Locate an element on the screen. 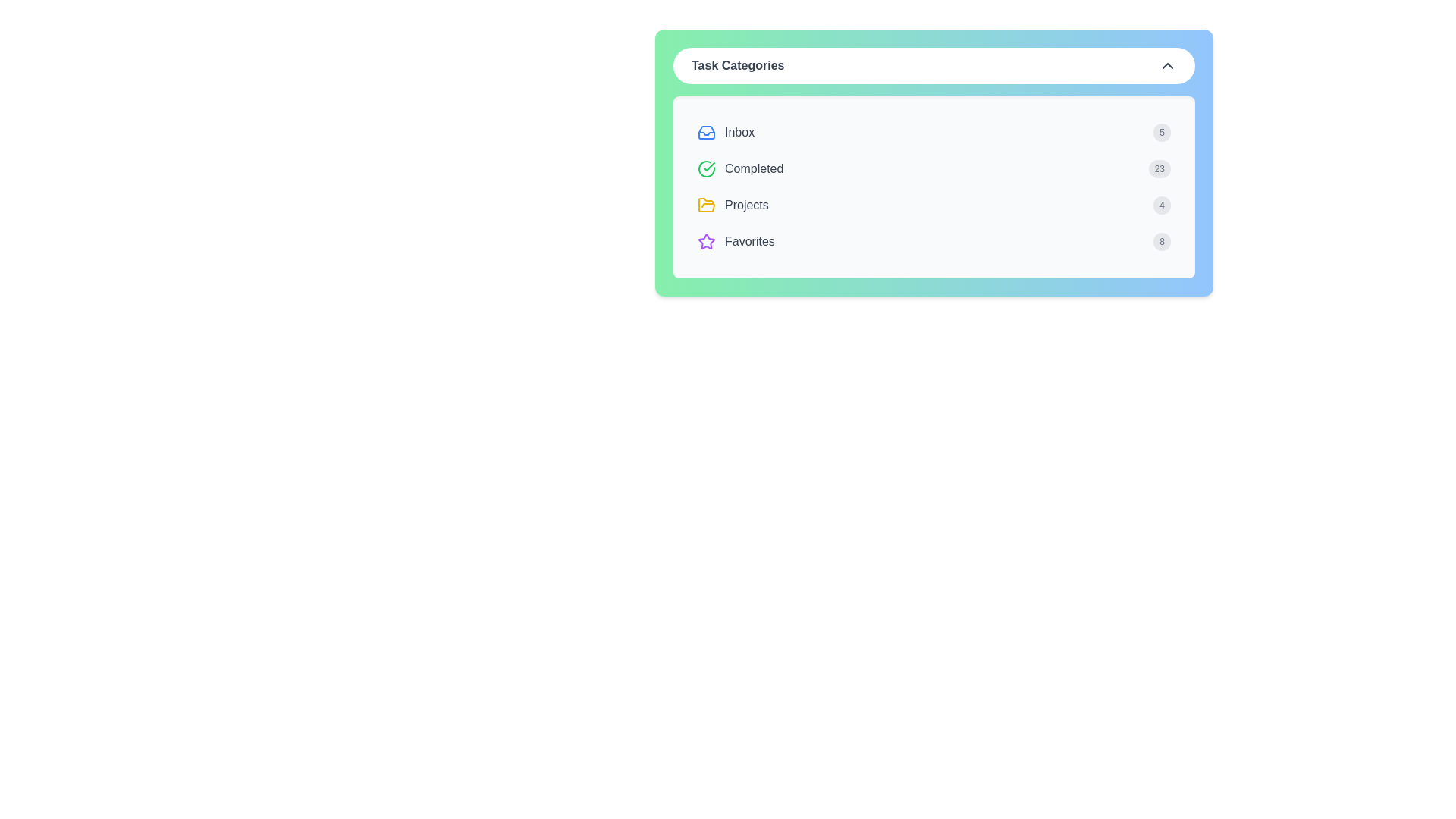 This screenshot has height=819, width=1456. the circular green icon with a central checkmark, which serves as a confirmation indicator, located directly to the left of the 'Completed' text label is located at coordinates (705, 169).